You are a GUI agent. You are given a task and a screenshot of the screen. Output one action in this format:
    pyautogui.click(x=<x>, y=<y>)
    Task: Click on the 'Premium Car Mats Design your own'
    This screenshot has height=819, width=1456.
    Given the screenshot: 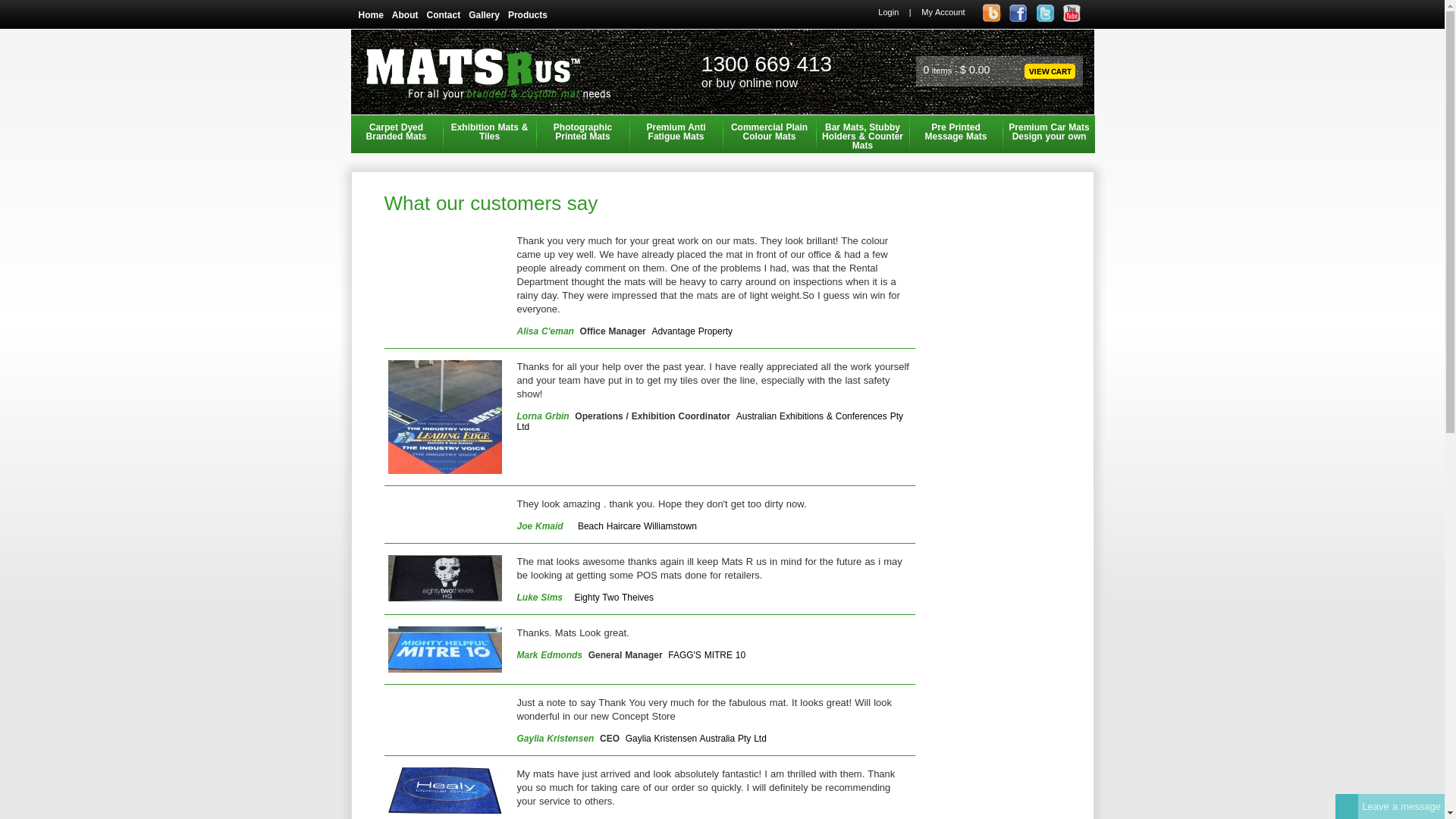 What is the action you would take?
    pyautogui.click(x=1048, y=133)
    